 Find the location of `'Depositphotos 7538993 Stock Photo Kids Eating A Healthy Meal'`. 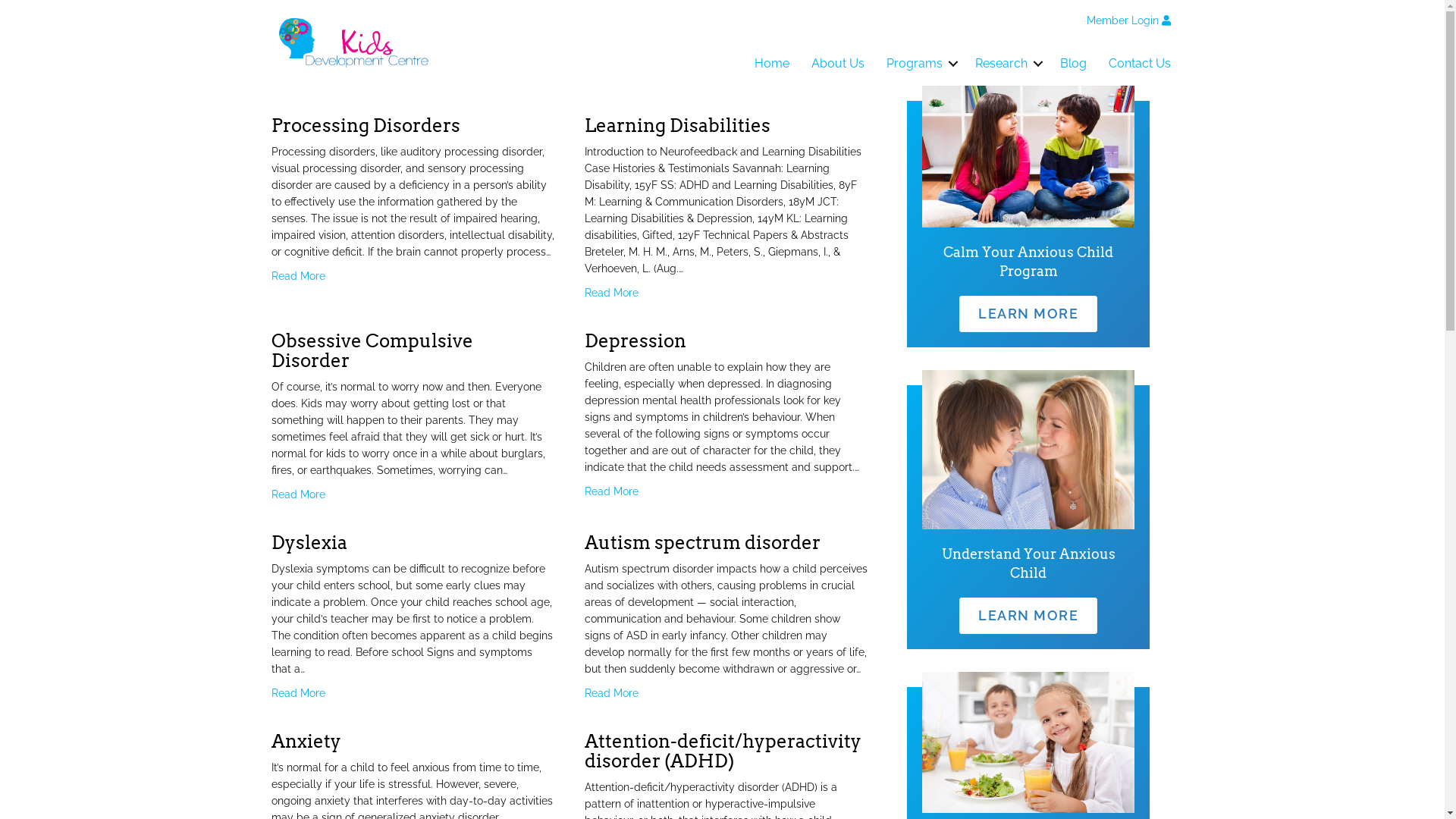

'Depositphotos 7538993 Stock Photo Kids Eating A Healthy Meal' is located at coordinates (1028, 742).